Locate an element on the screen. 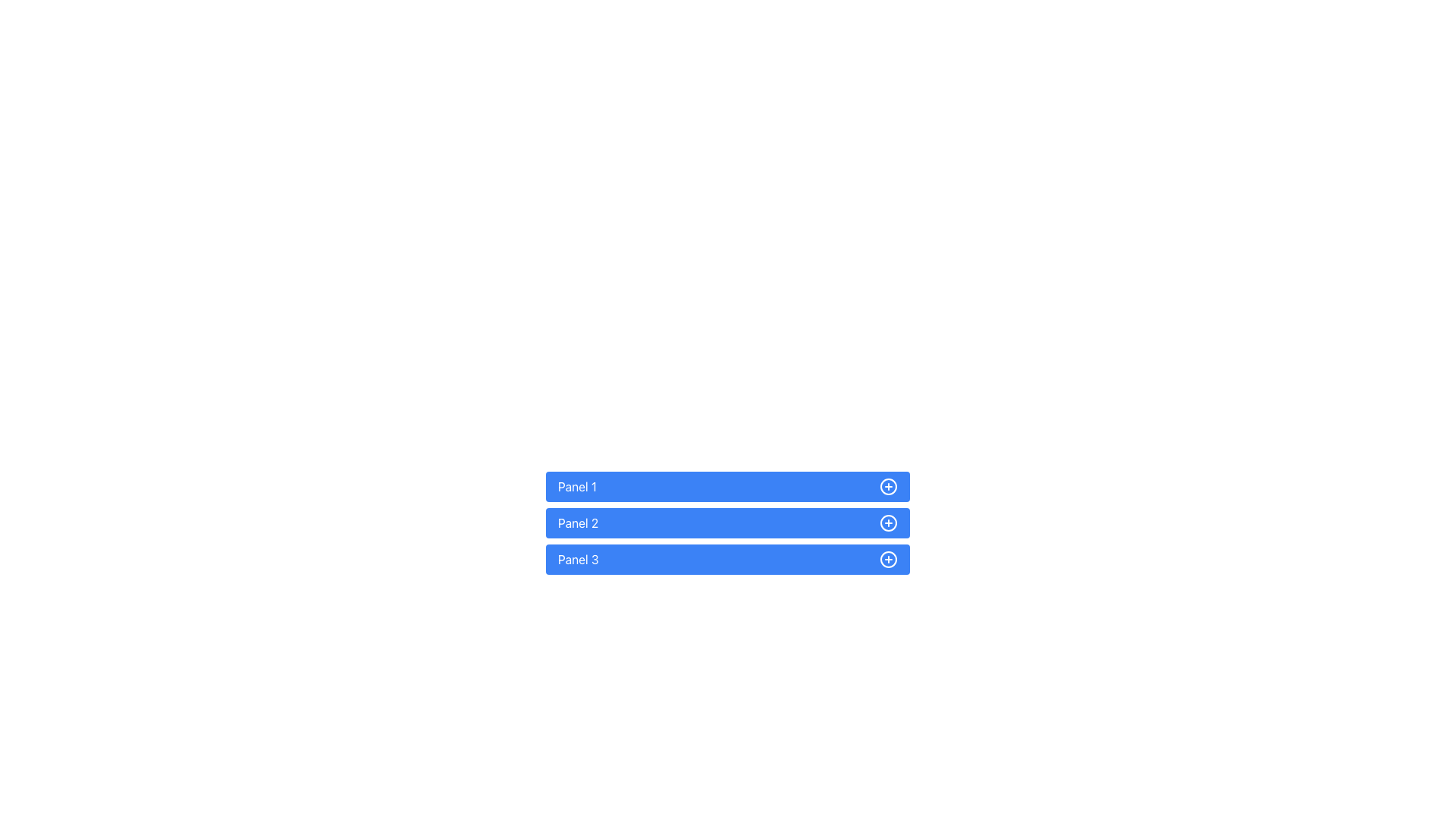 The height and width of the screenshot is (819, 1456). the first clickable panel at the top of the vertical group is located at coordinates (728, 486).